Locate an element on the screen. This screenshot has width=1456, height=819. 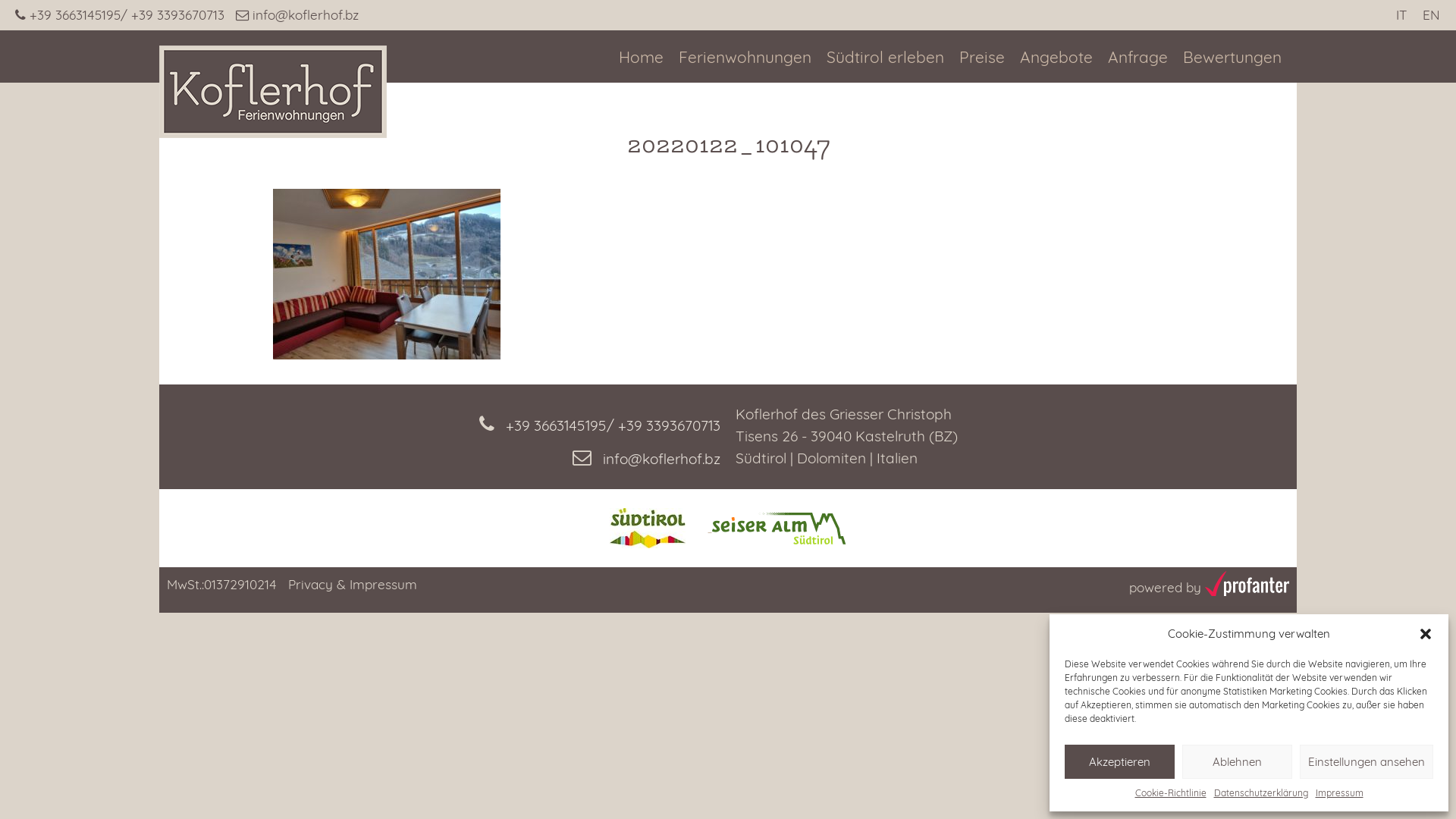
'Ferienwohnungen' is located at coordinates (745, 57).